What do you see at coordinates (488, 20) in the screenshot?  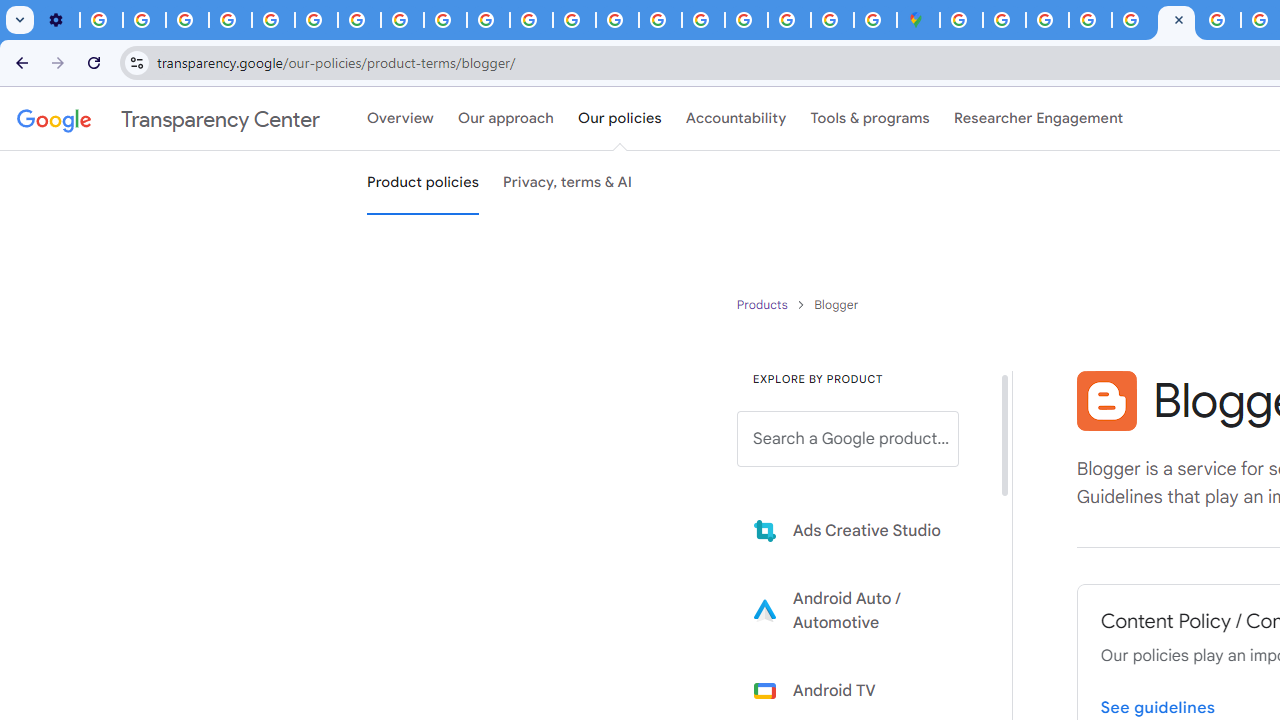 I see `'Privacy Checkup'` at bounding box center [488, 20].